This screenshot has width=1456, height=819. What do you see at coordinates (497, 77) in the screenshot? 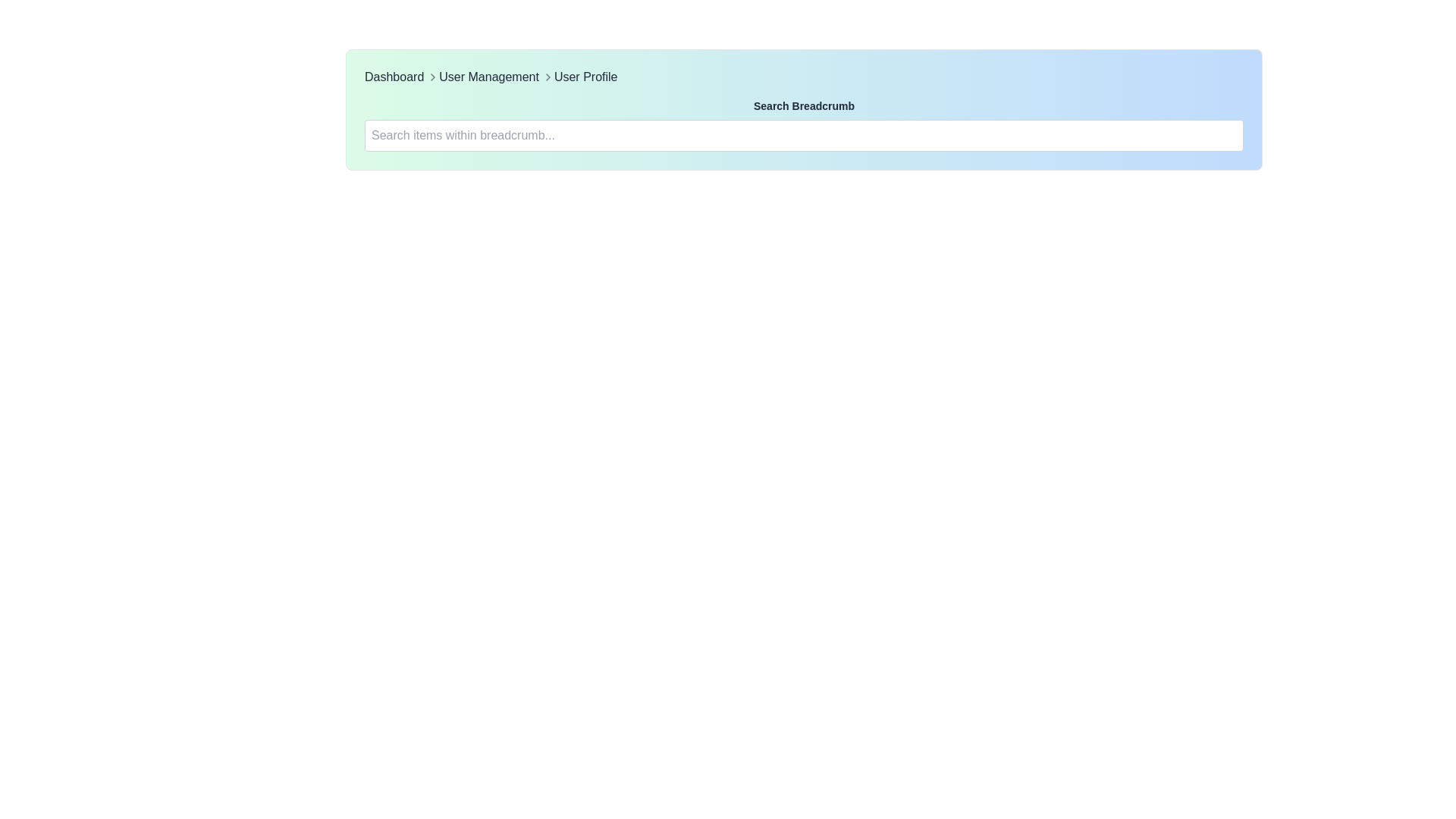
I see `the 'User Management' interactive text link in the breadcrumb navigation` at bounding box center [497, 77].